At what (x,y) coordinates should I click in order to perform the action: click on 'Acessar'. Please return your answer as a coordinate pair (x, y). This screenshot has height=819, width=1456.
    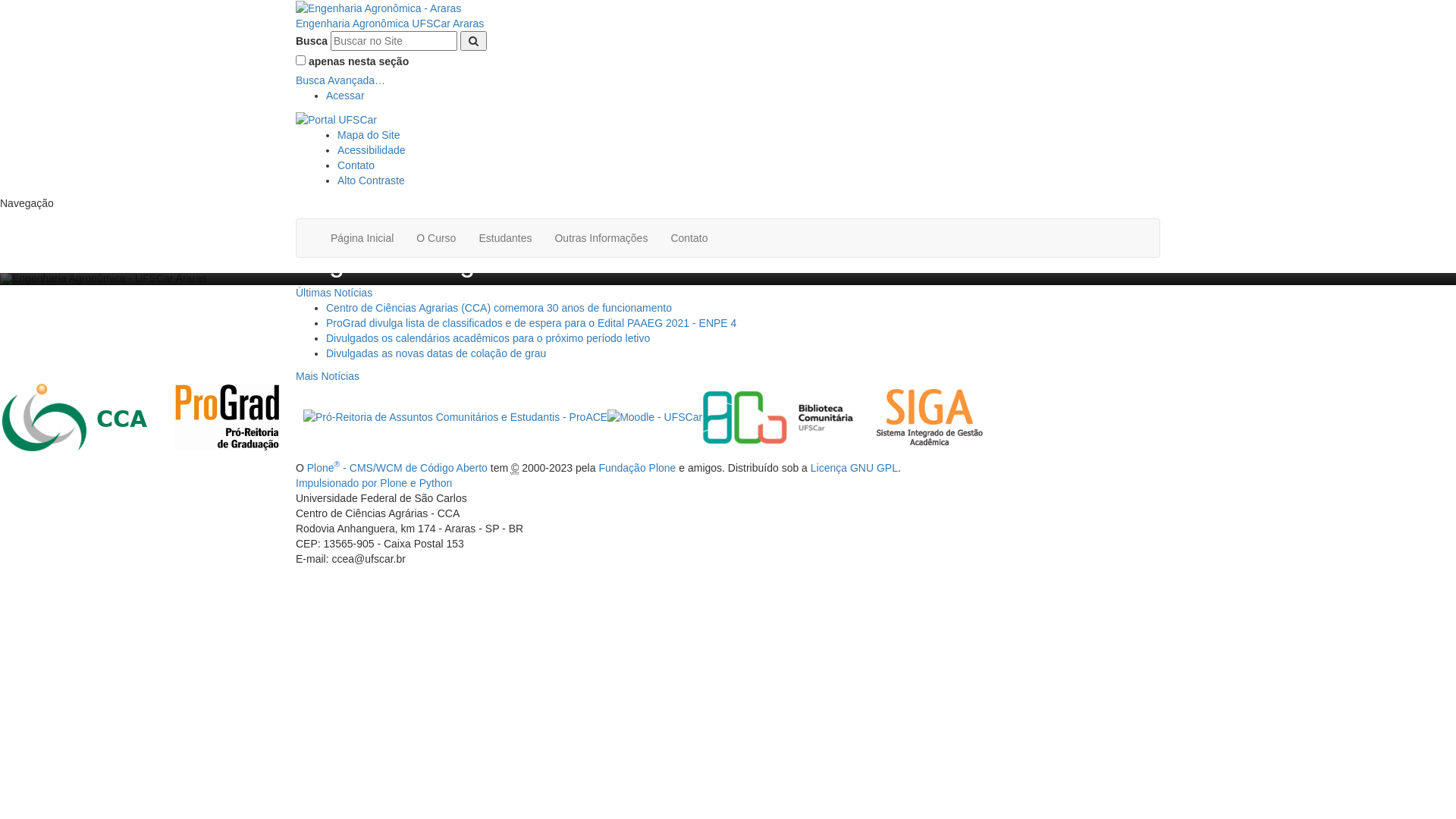
    Looking at the image, I should click on (344, 96).